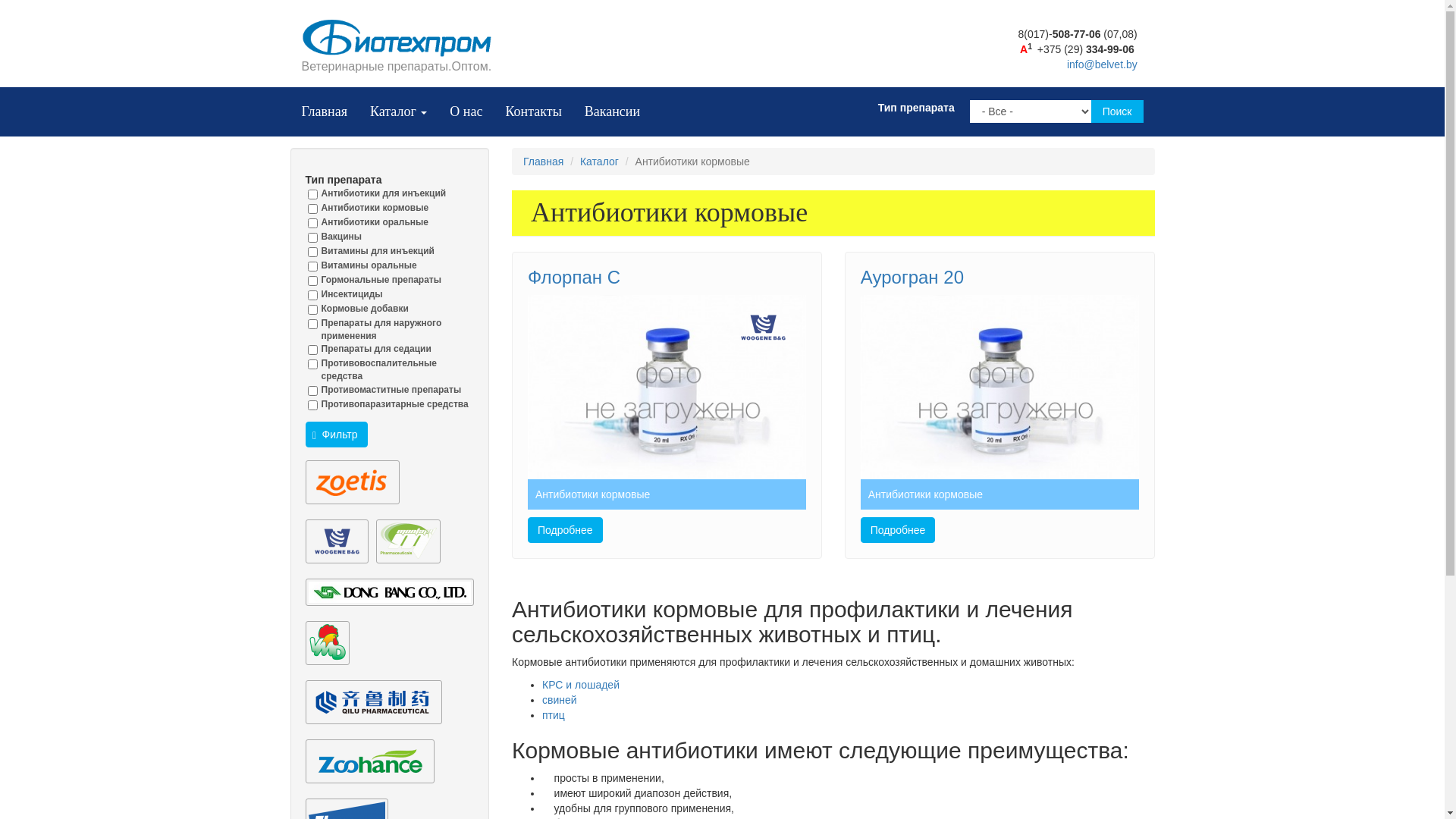 The height and width of the screenshot is (819, 1456). What do you see at coordinates (763, 327) in the screenshot?
I see `'Woogene B&G'` at bounding box center [763, 327].